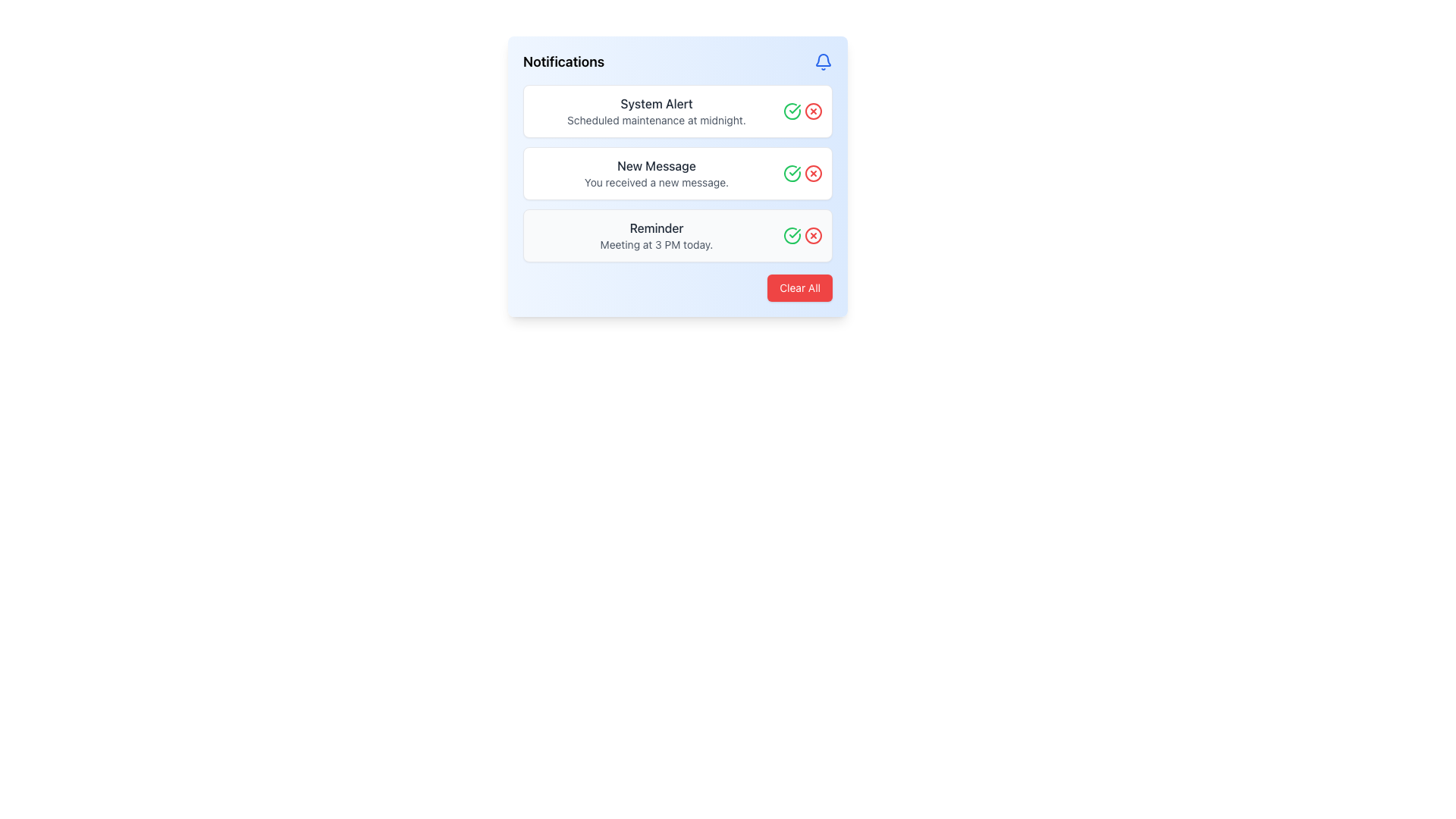 This screenshot has width=1456, height=819. I want to click on the green circular checkmark icon located at the right side of the 'New Message' notification to mark it as acknowledged, so click(792, 172).